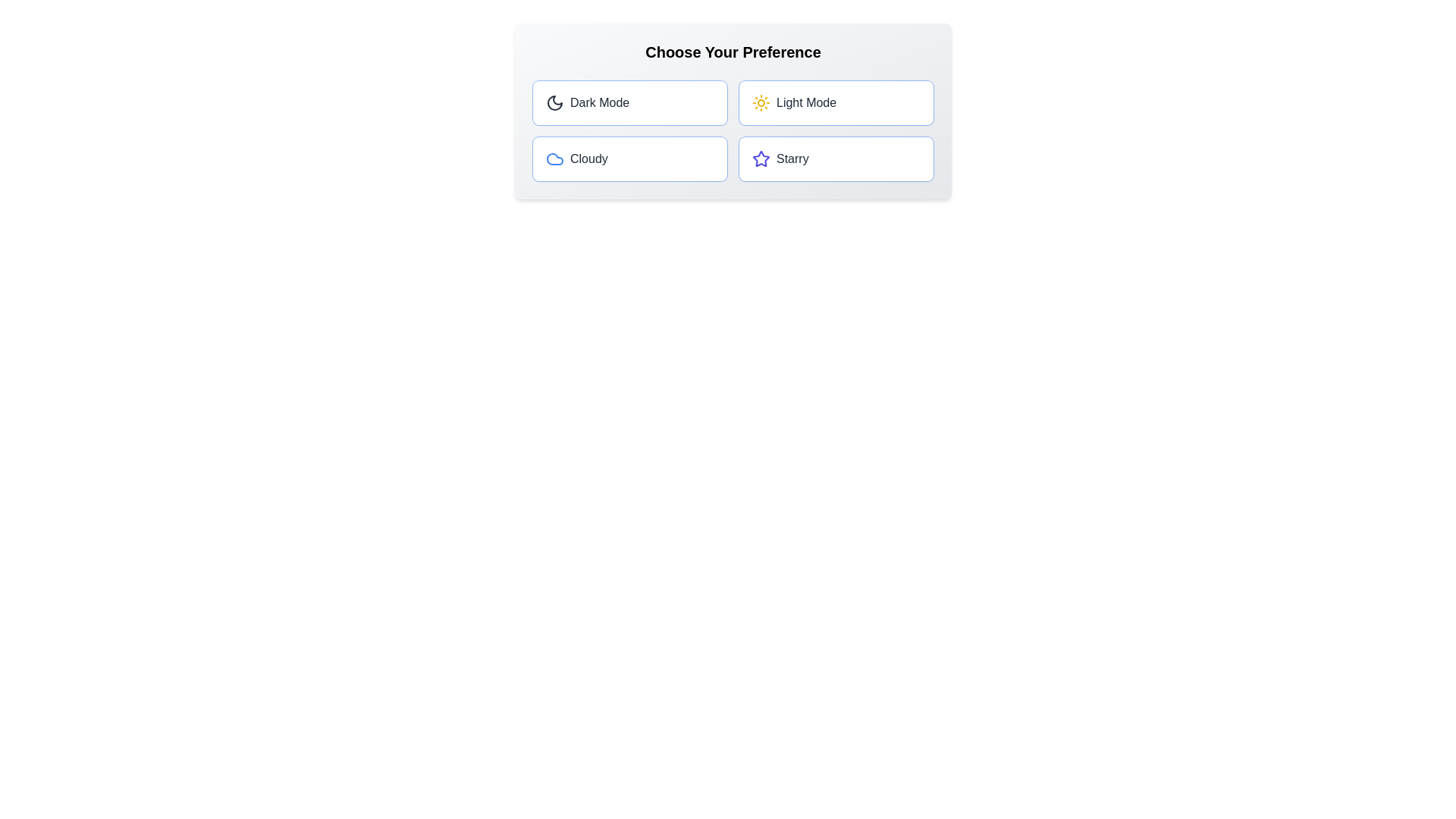 The height and width of the screenshot is (819, 1456). I want to click on the text label displaying 'Starry' located in the bottom-right segment of the grid, adjacent to the star icon, so click(792, 158).